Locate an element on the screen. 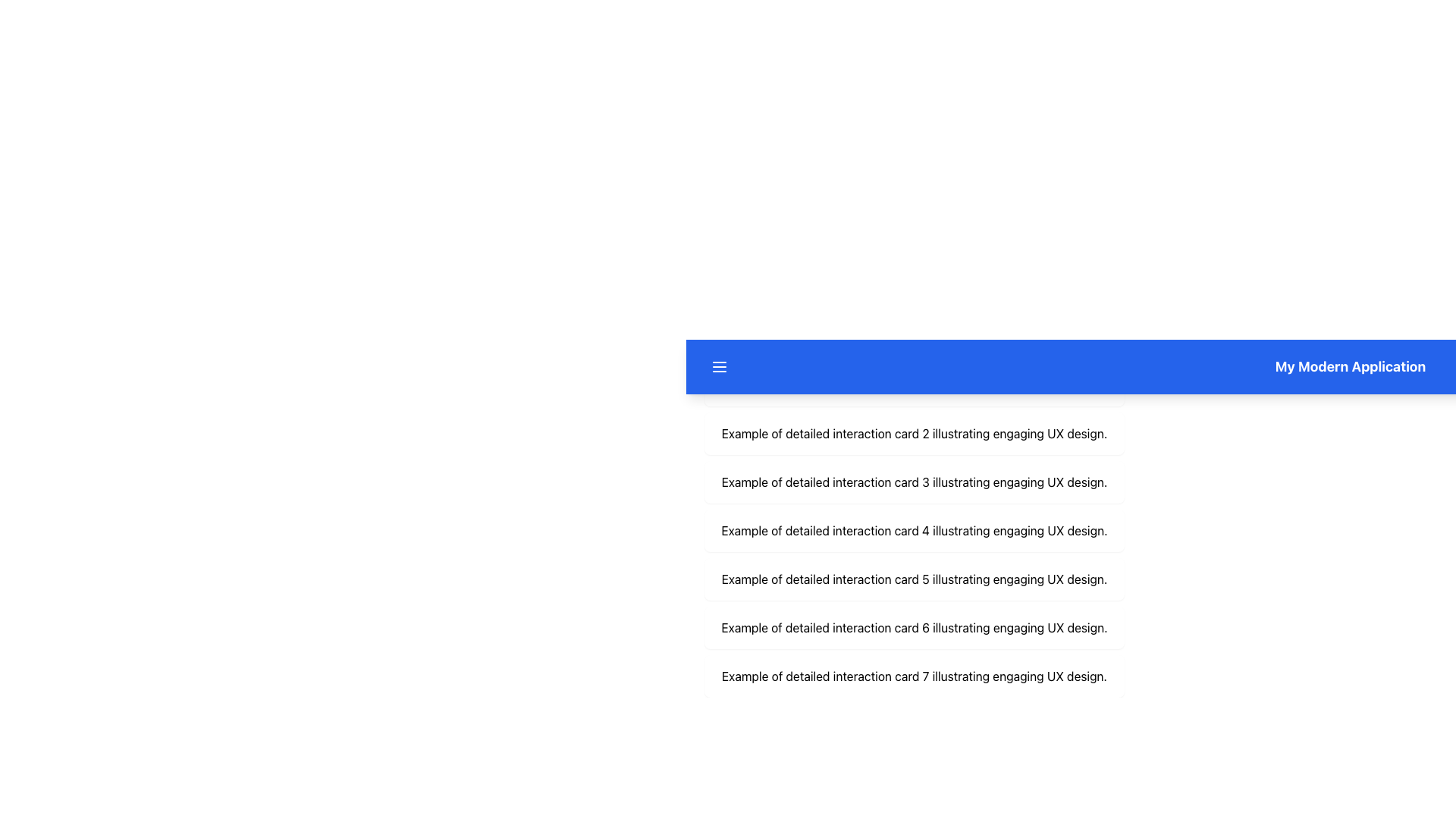 Image resolution: width=1456 pixels, height=819 pixels. the three-line icon menu button located in the top-left corner of the navigation bar is located at coordinates (719, 366).